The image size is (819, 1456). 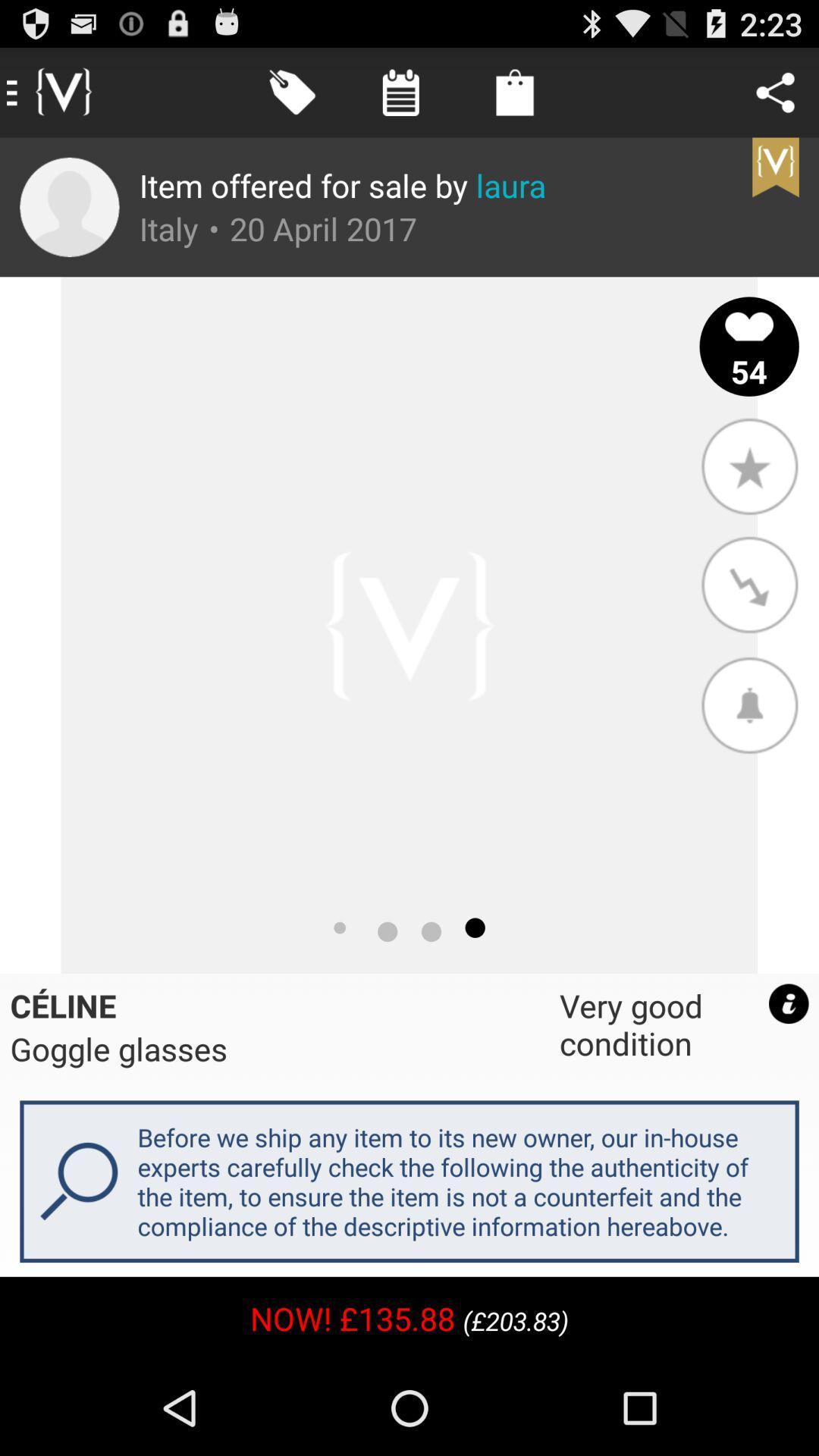 What do you see at coordinates (342, 184) in the screenshot?
I see `app above italy item` at bounding box center [342, 184].